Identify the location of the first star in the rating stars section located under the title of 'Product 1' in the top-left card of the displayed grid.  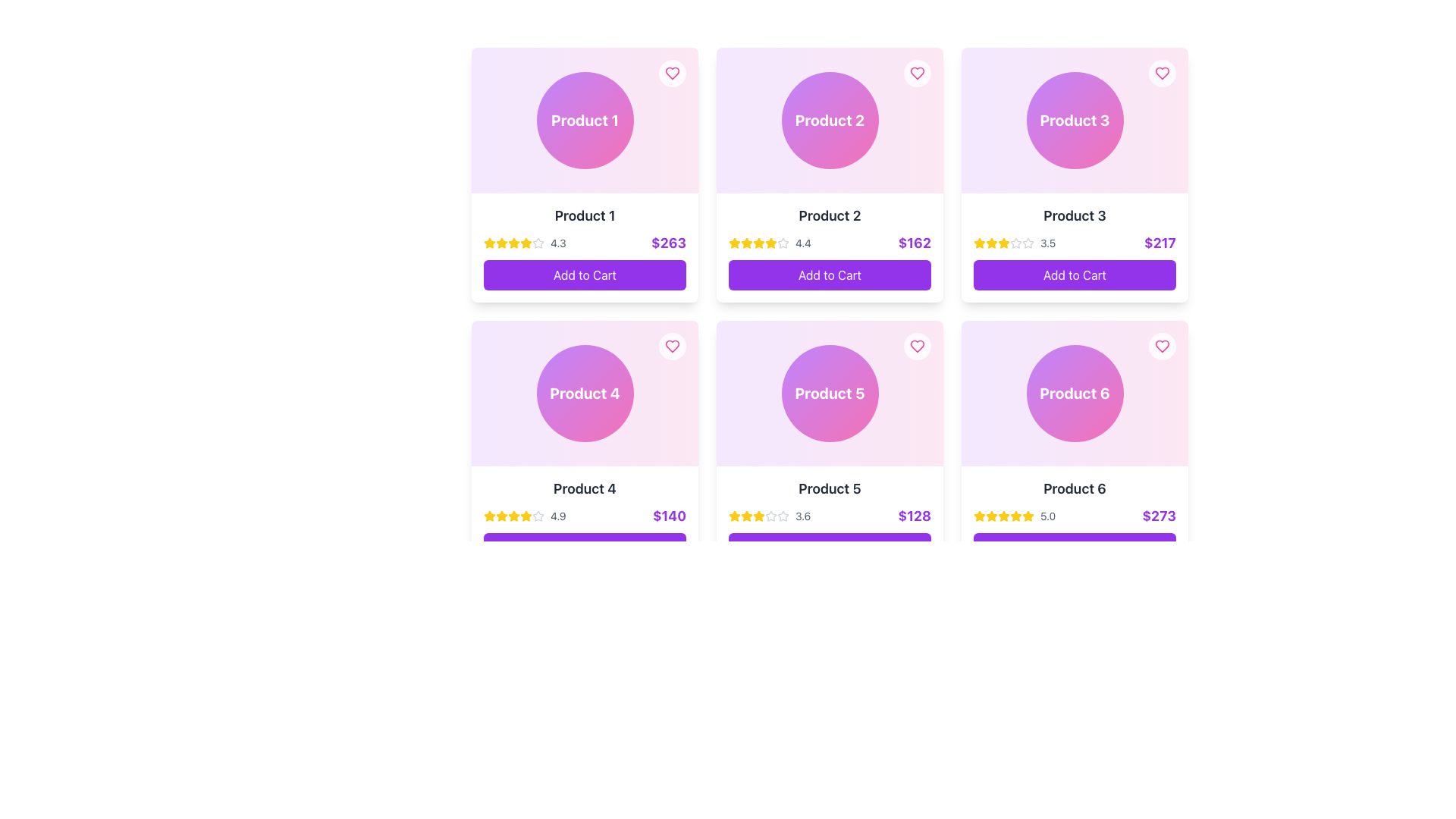
(526, 242).